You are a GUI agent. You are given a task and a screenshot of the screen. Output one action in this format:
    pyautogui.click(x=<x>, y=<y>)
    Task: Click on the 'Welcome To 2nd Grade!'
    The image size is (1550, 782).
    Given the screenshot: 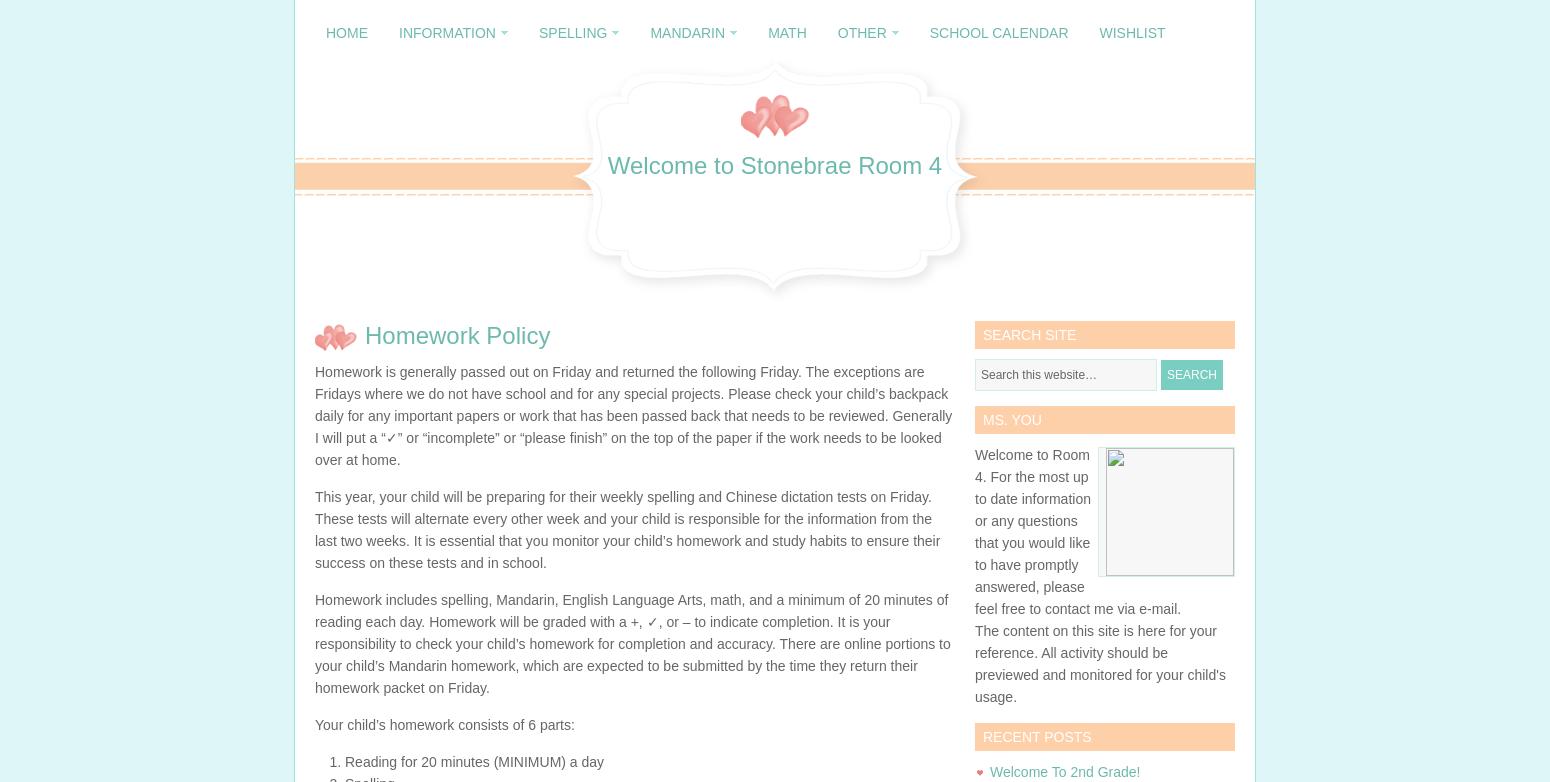 What is the action you would take?
    pyautogui.click(x=988, y=770)
    